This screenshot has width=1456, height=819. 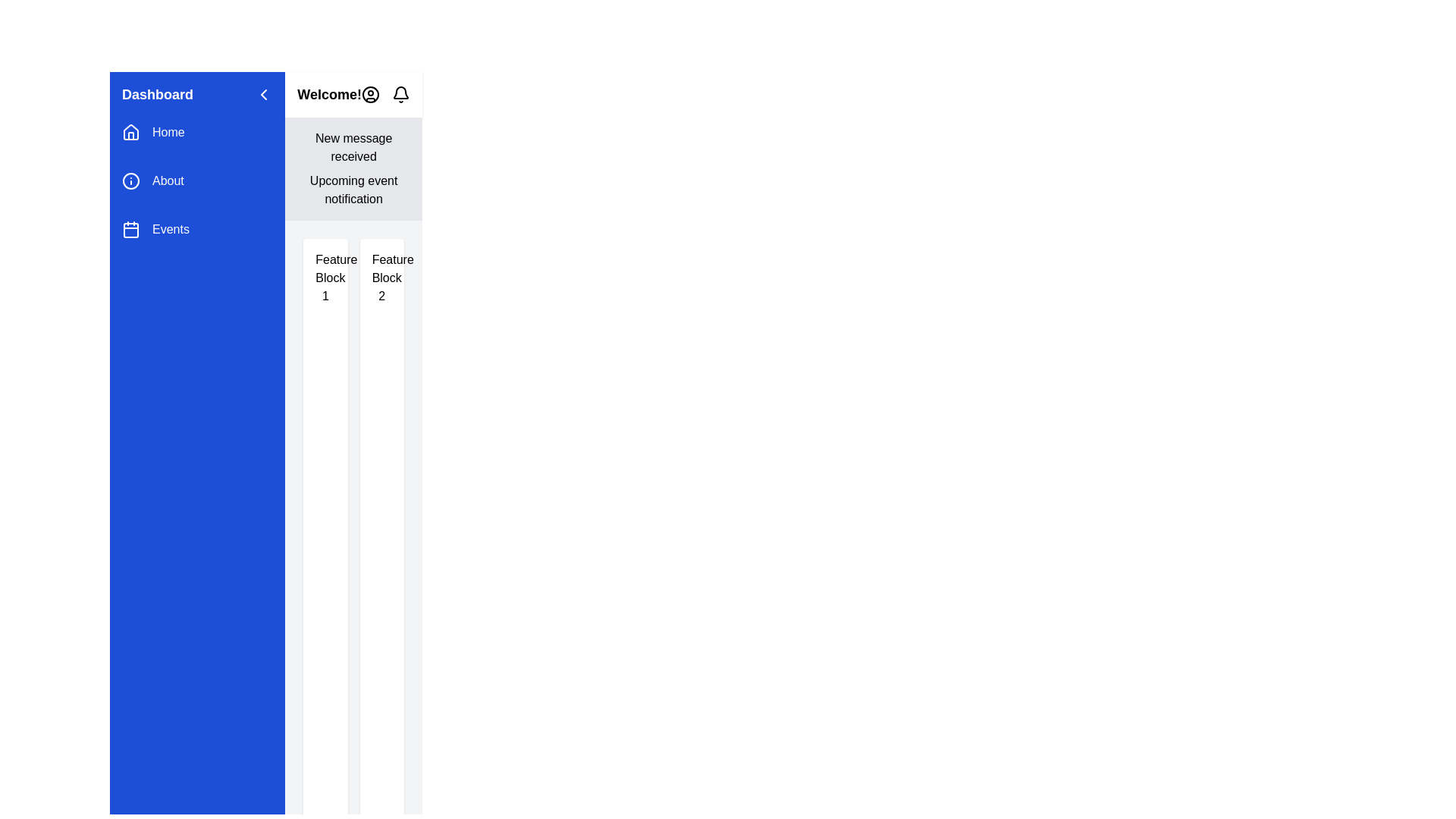 I want to click on the 'Events' text label, which is styled in white and located in the blue sidebar, positioned below 'Home' and 'About', and directly following a calendar icon, so click(x=171, y=230).